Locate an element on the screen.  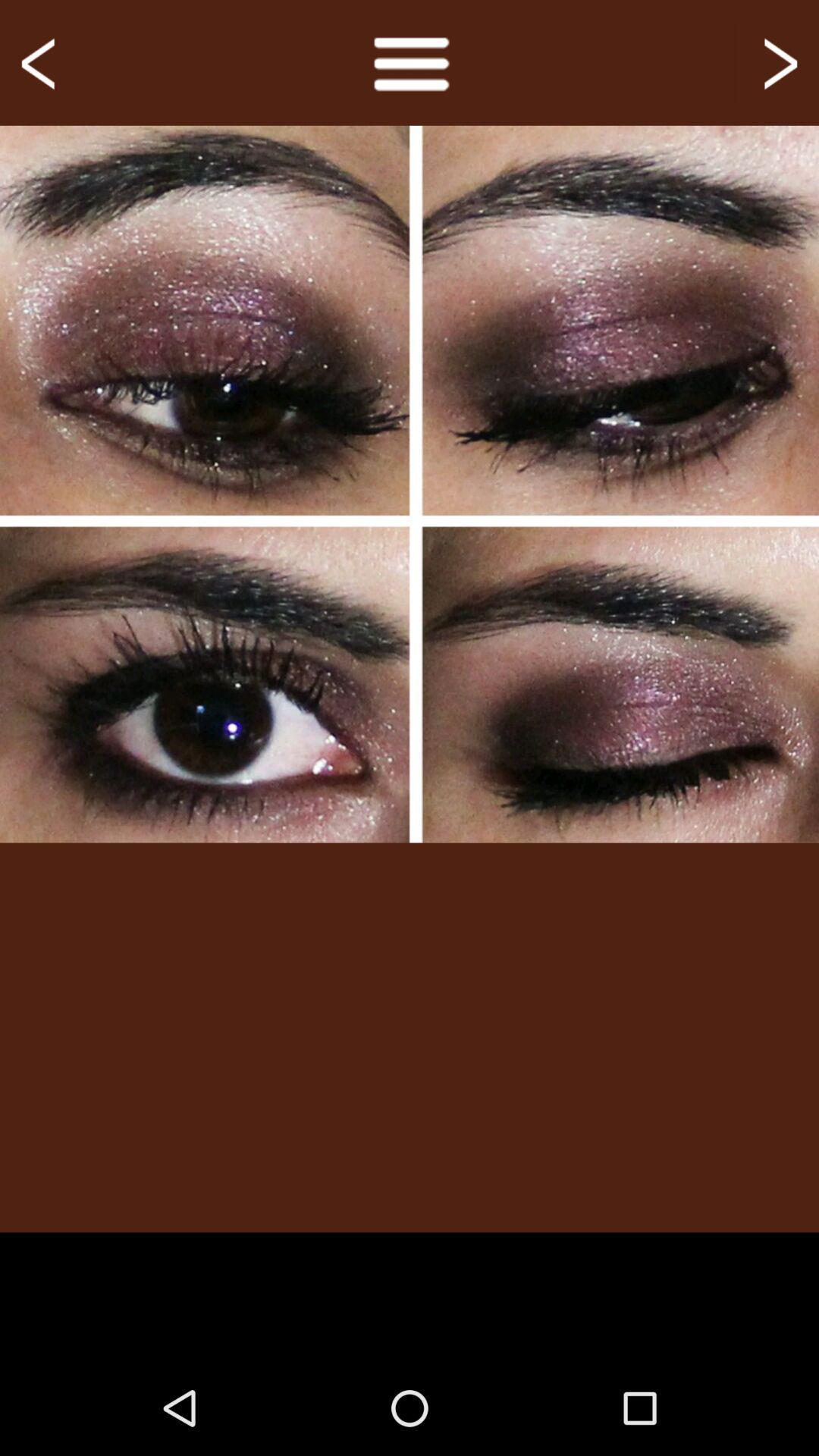
the menu icon is located at coordinates (409, 66).